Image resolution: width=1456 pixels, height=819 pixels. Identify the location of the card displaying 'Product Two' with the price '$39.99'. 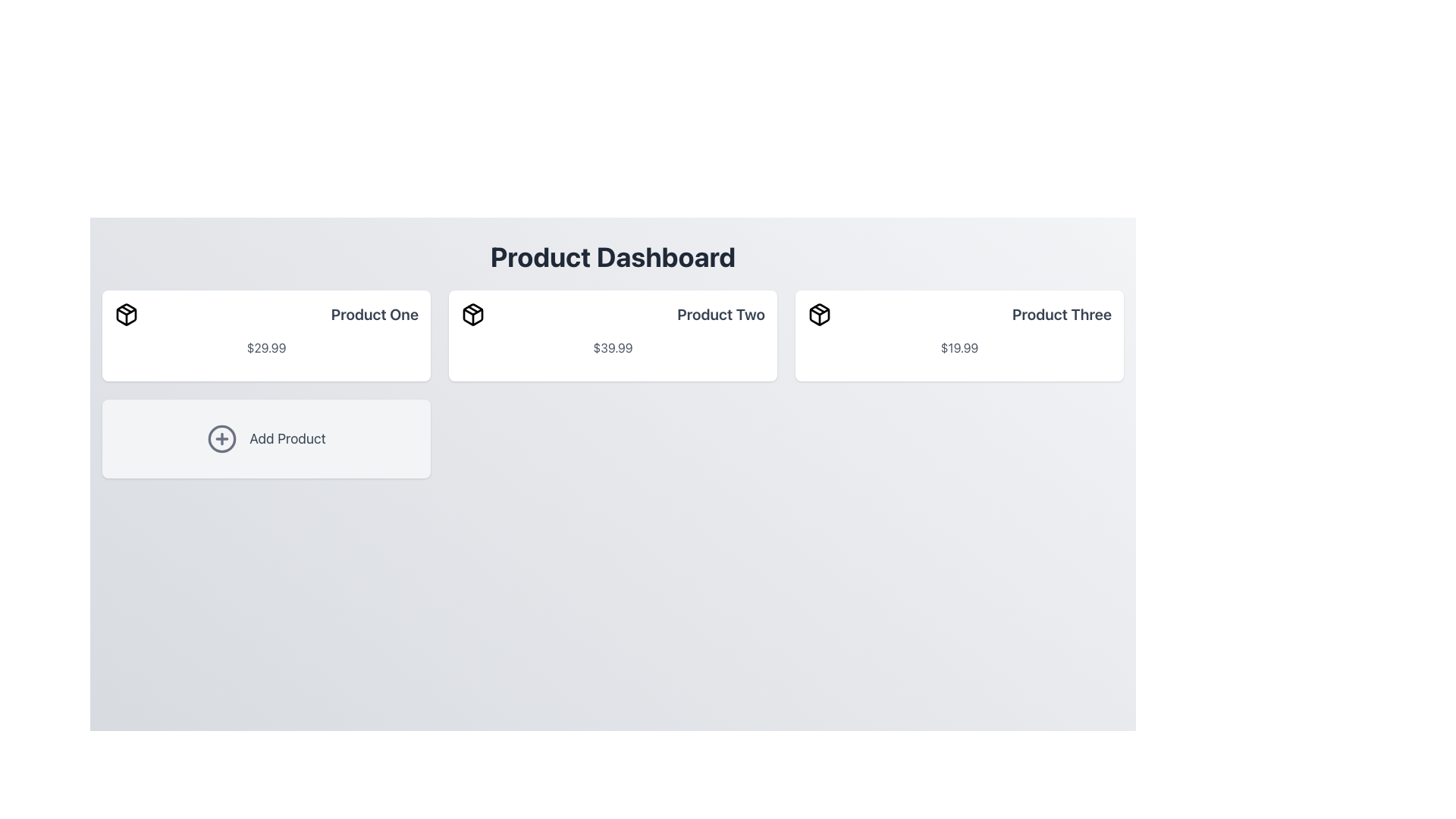
(613, 335).